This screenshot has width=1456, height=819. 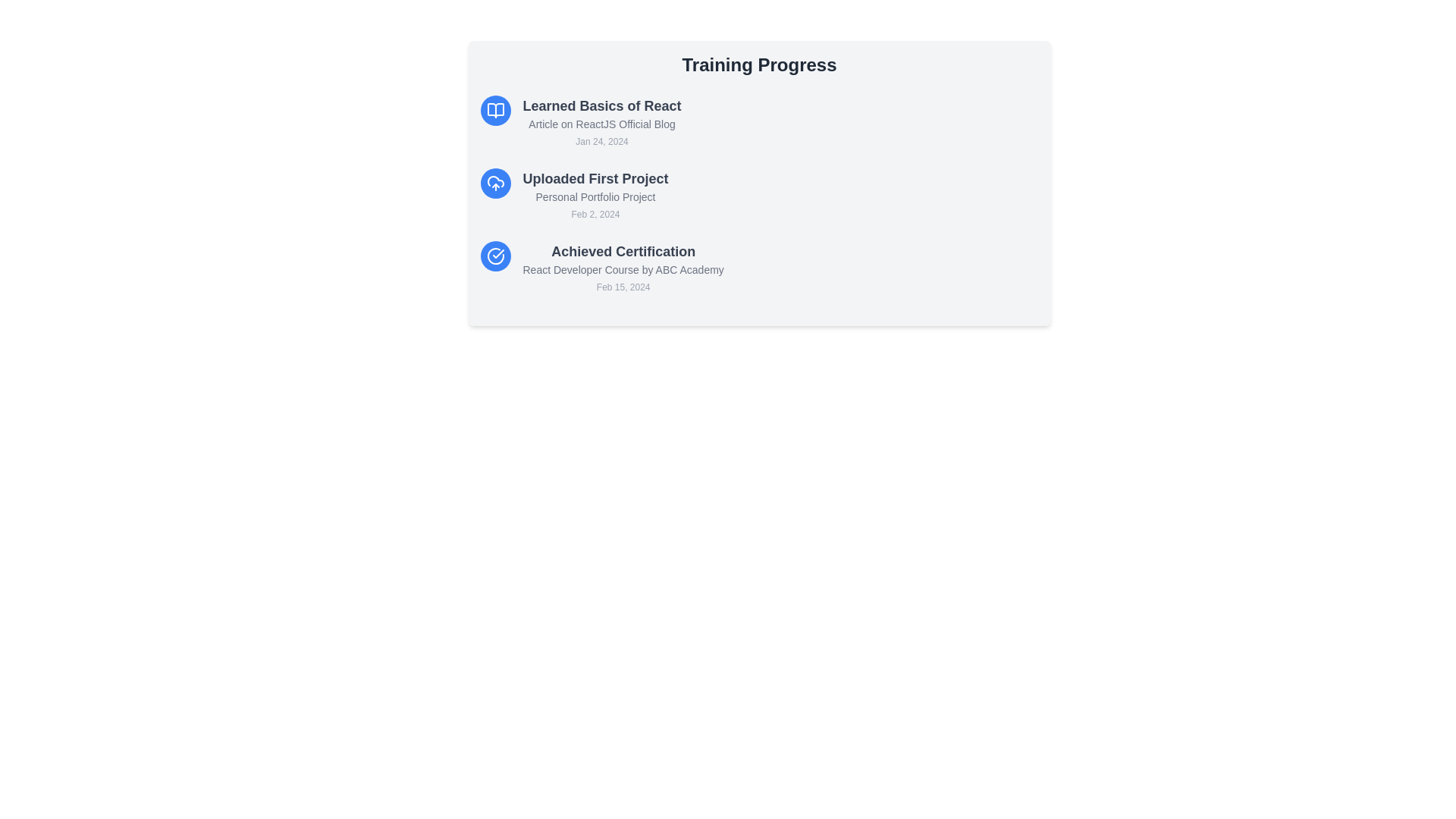 What do you see at coordinates (595, 195) in the screenshot?
I see `text display element that shows 'Uploaded First Project', 'Personal Portfolio Project', and 'Feb 2, 2024' located in the middle section of a vertical list` at bounding box center [595, 195].